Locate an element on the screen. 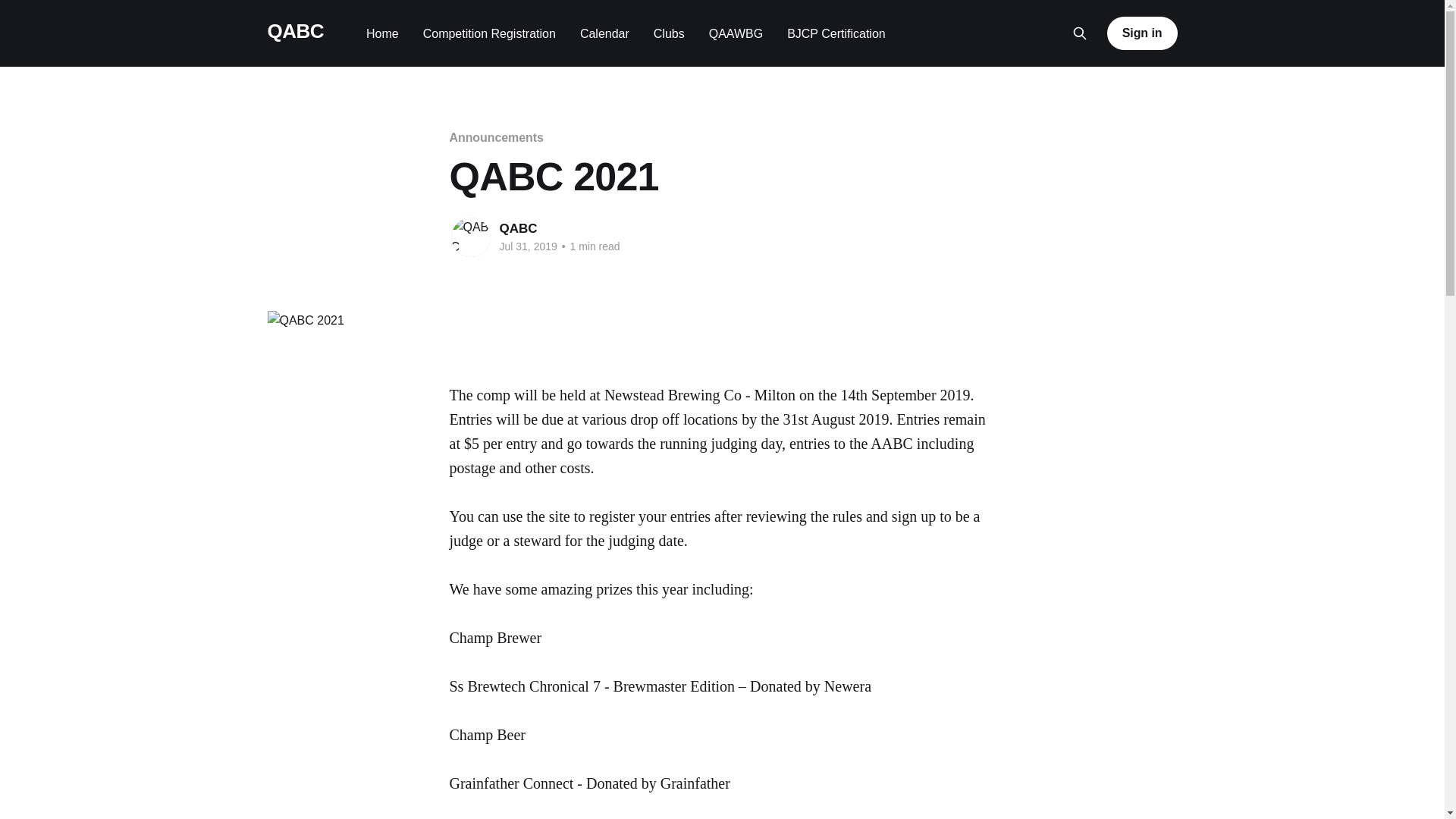 This screenshot has width=1456, height=819. 'QABC' is located at coordinates (517, 228).